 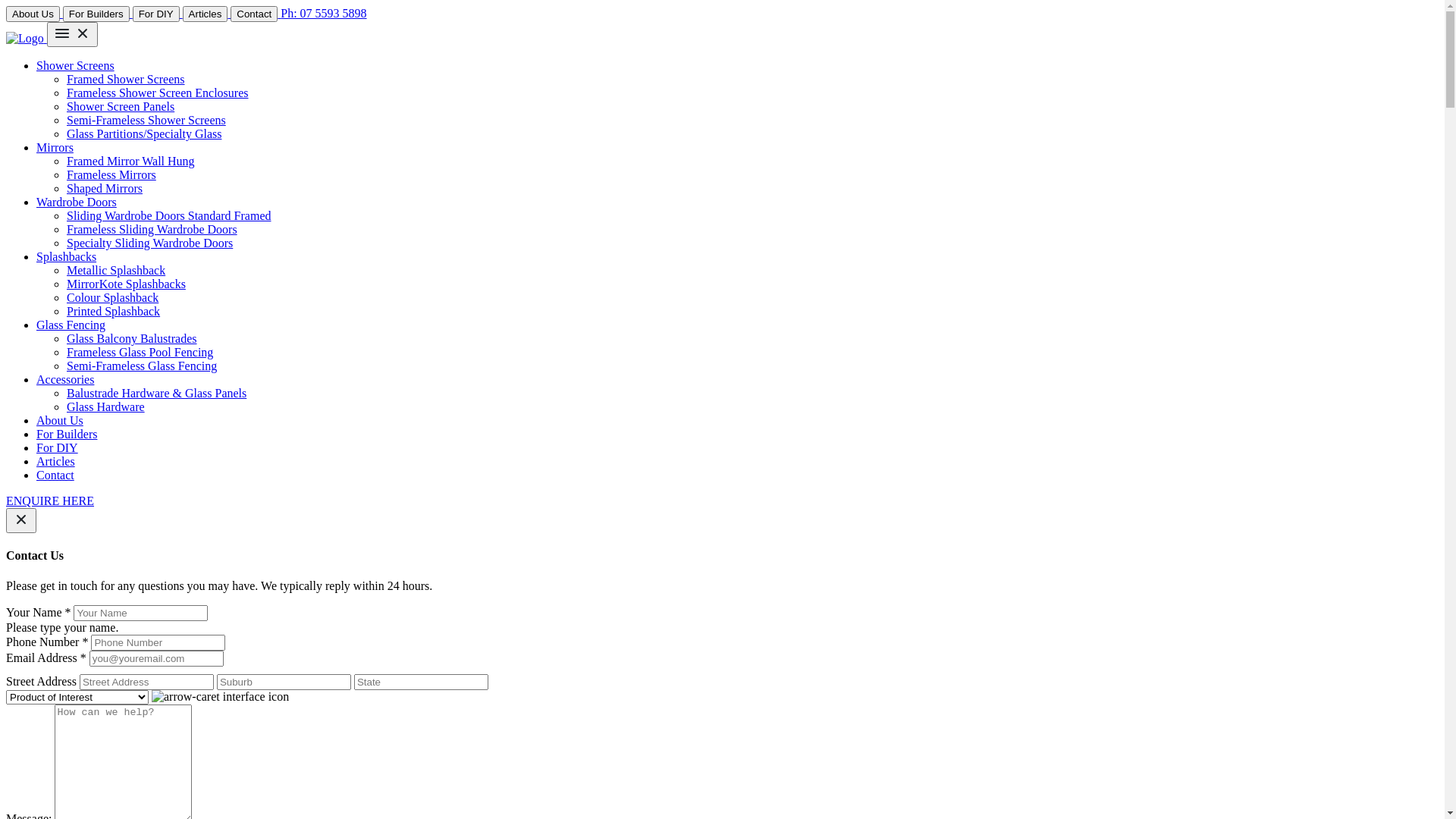 I want to click on 'Glass Partitions/Specialty Glass', so click(x=144, y=133).